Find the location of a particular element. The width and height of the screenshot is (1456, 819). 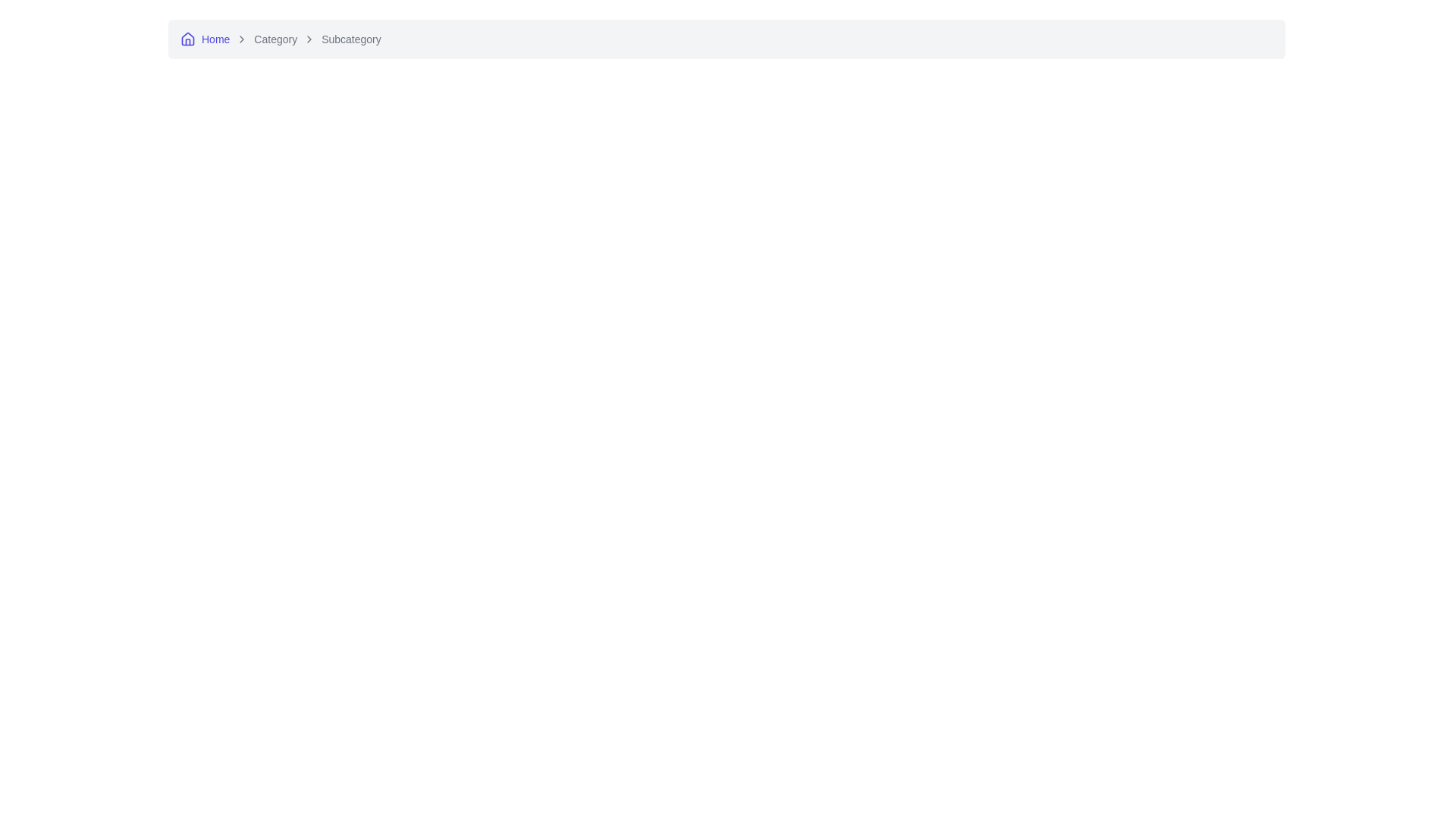

the static text element located in the breadcrumb navigation bar, positioned between 'Home' and 'Subcategory', which indicates the current category or navigation step is located at coordinates (275, 38).